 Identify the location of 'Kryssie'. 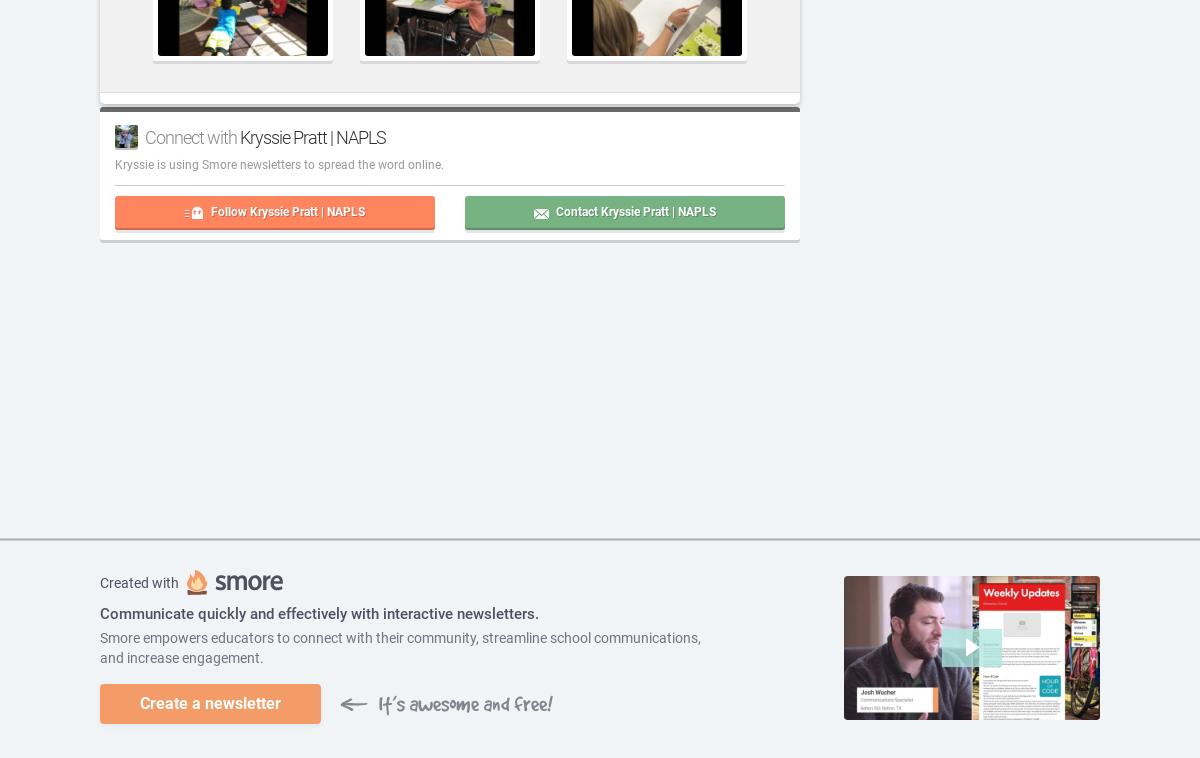
(114, 164).